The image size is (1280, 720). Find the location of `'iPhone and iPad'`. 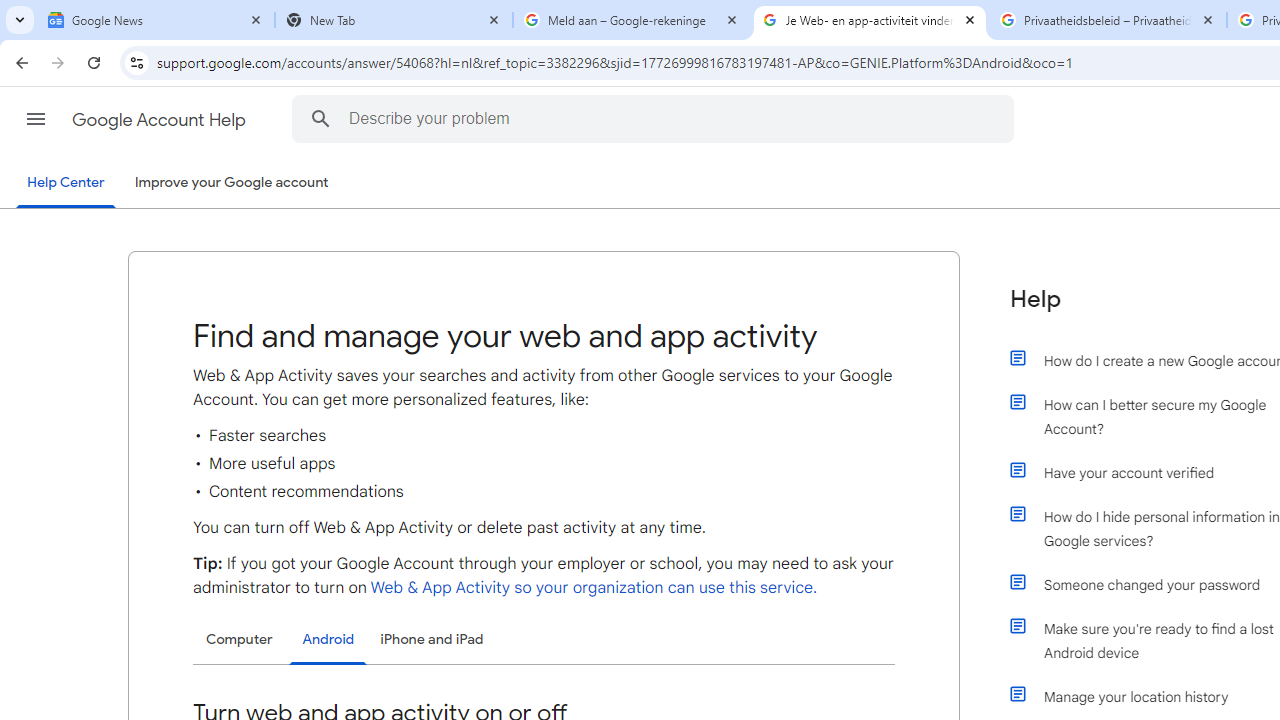

'iPhone and iPad' is located at coordinates (431, 639).